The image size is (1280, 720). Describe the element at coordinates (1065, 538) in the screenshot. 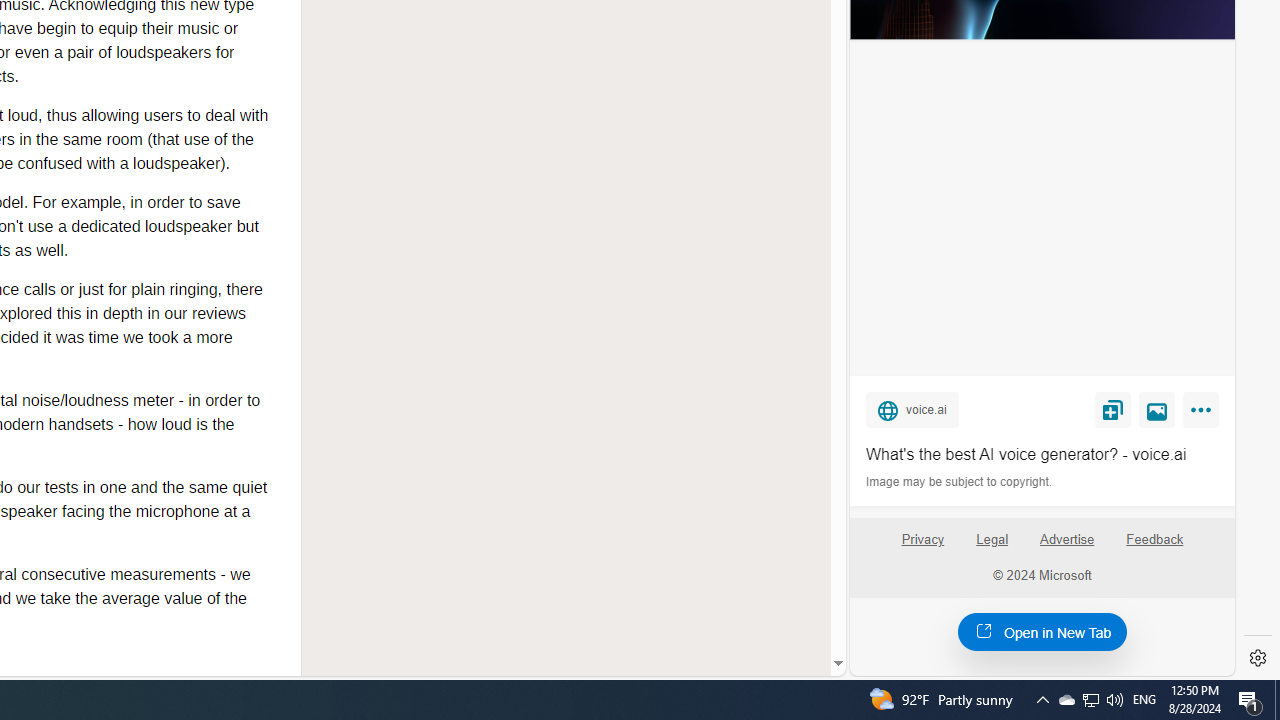

I see `'Advertise'` at that location.